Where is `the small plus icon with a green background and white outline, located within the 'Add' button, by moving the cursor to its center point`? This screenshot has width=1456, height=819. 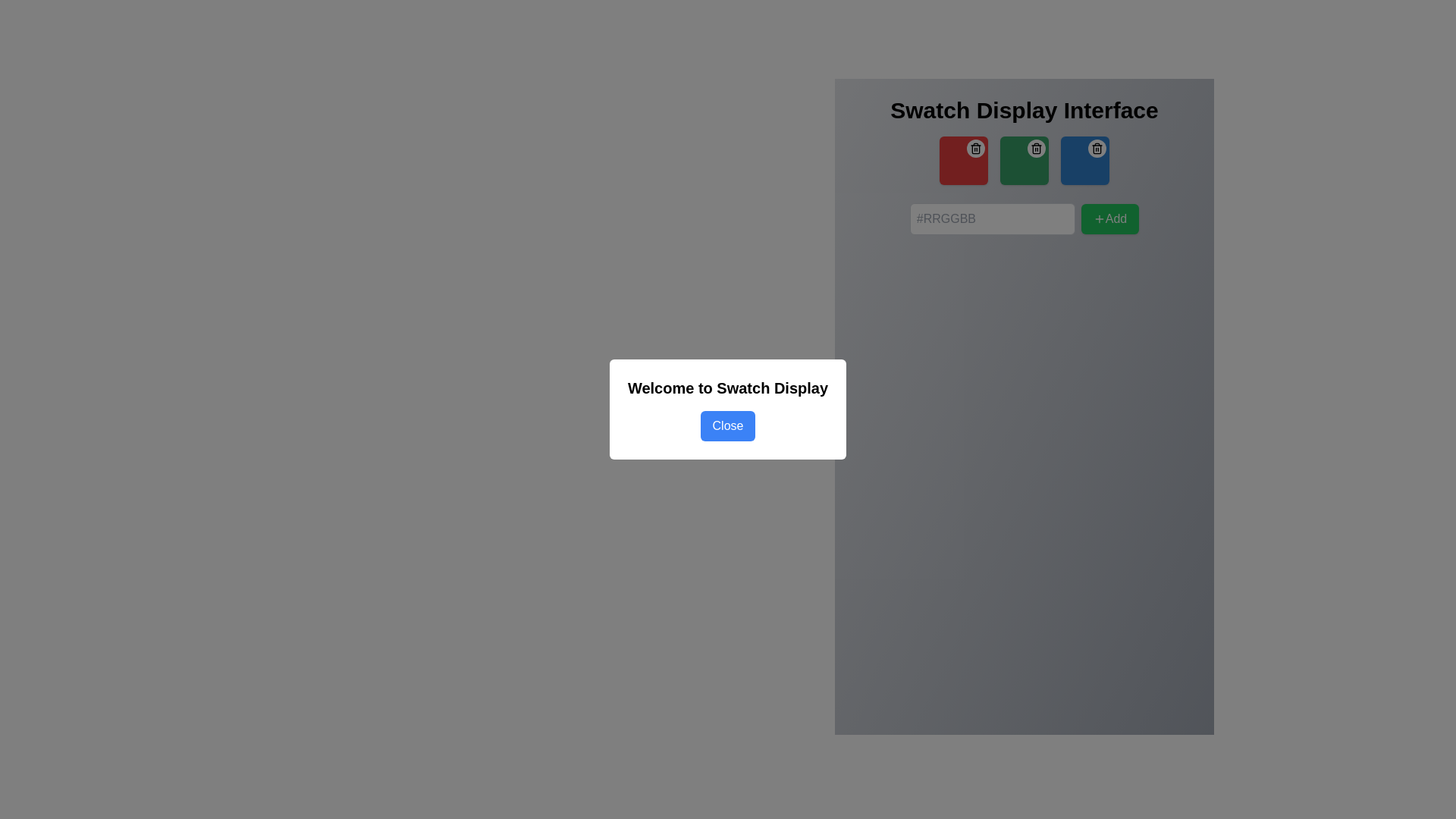
the small plus icon with a green background and white outline, located within the 'Add' button, by moving the cursor to its center point is located at coordinates (1099, 219).